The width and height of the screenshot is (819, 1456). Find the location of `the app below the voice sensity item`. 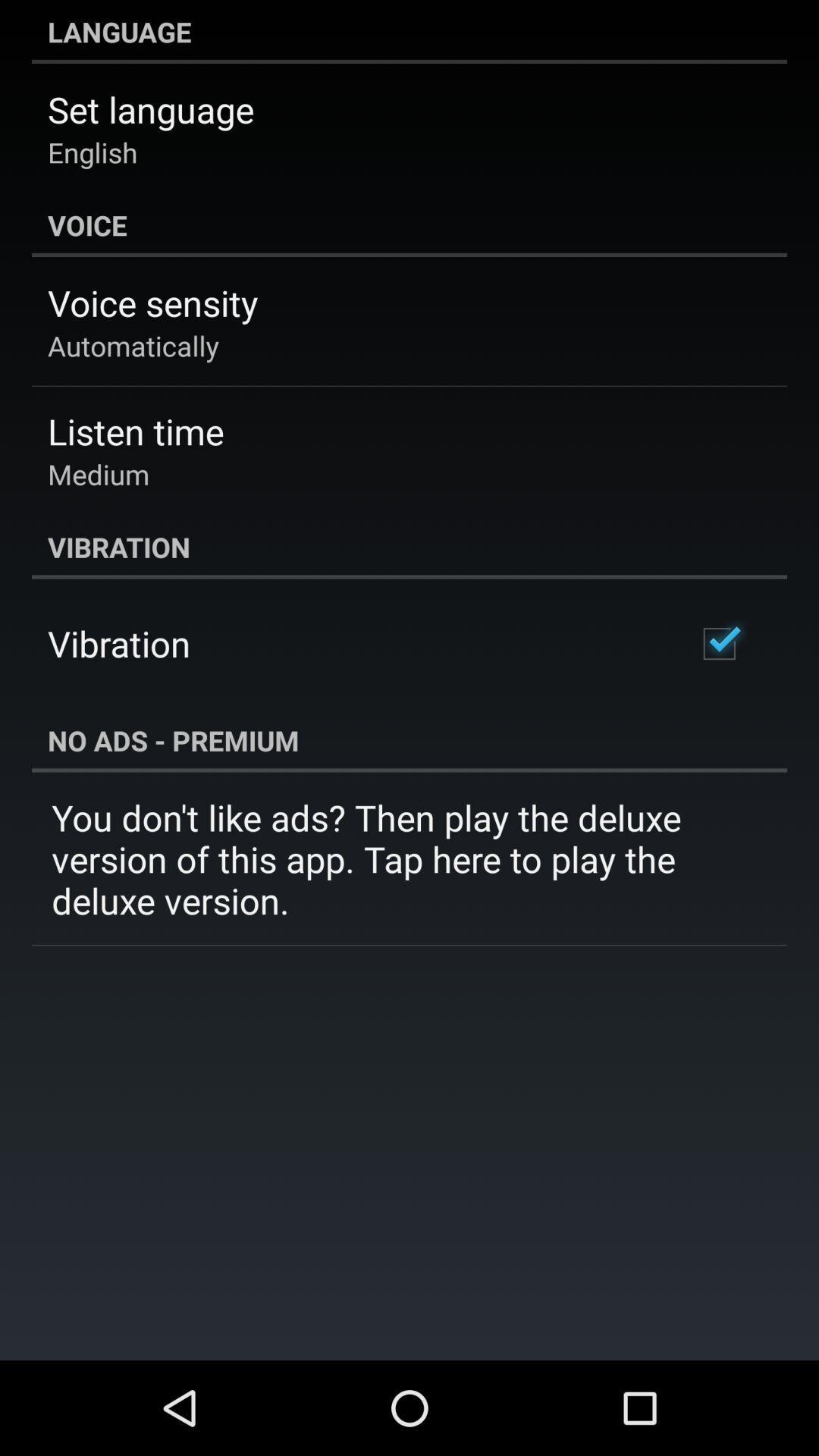

the app below the voice sensity item is located at coordinates (132, 345).